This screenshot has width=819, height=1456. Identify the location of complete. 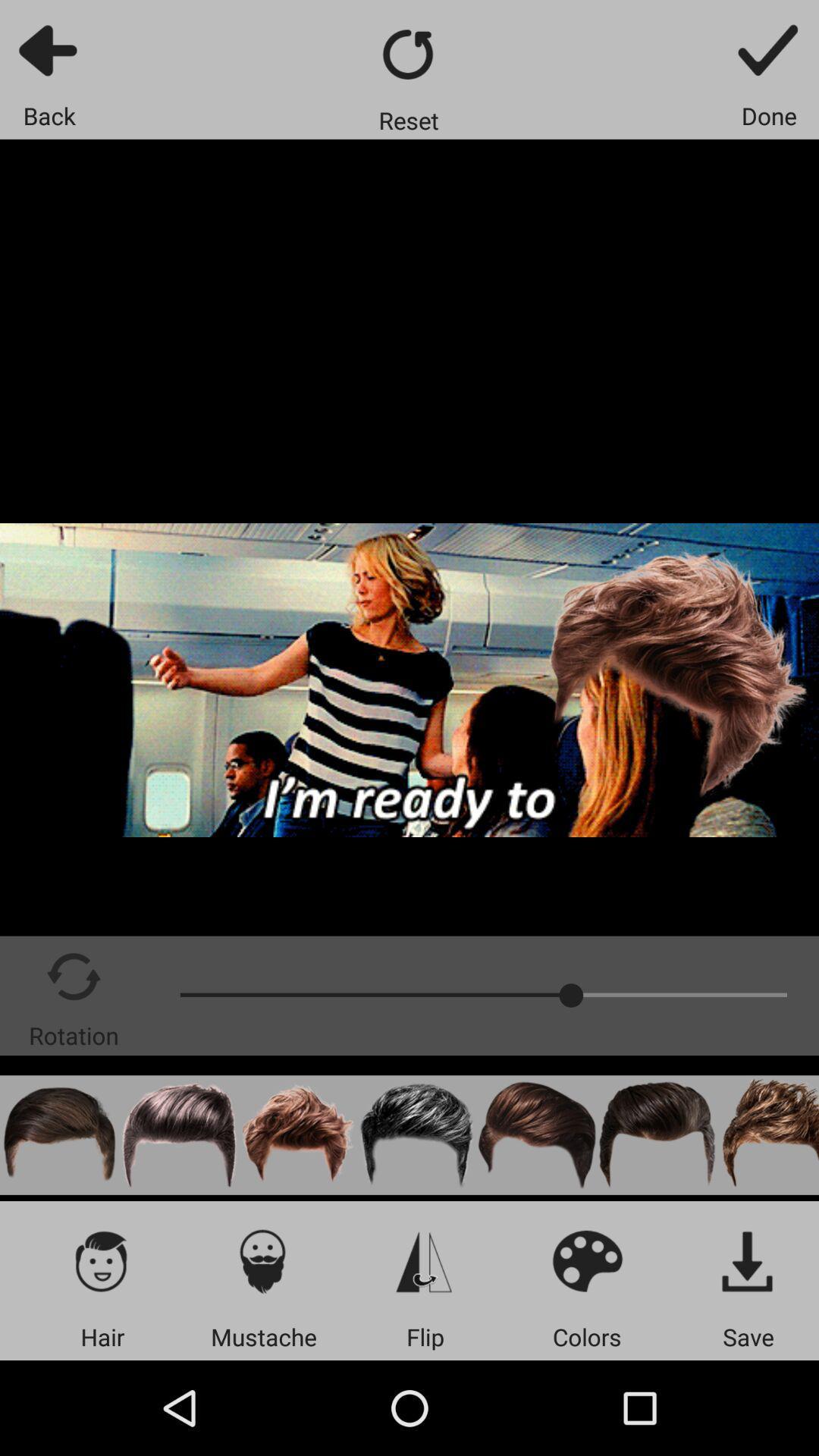
(769, 49).